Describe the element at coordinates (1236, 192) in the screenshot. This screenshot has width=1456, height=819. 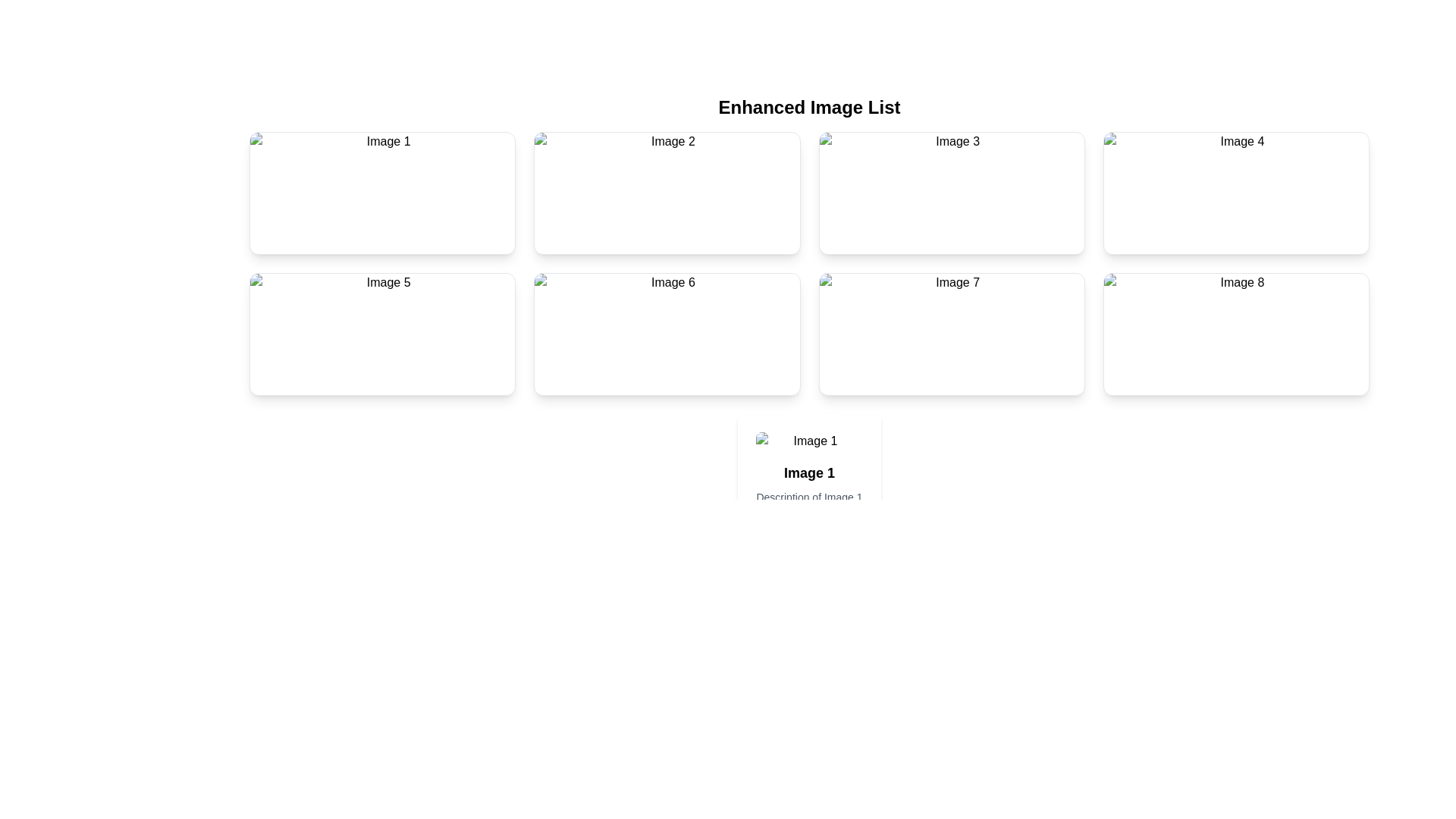
I see `the Interactive grid tile for 'Image 4'` at that location.